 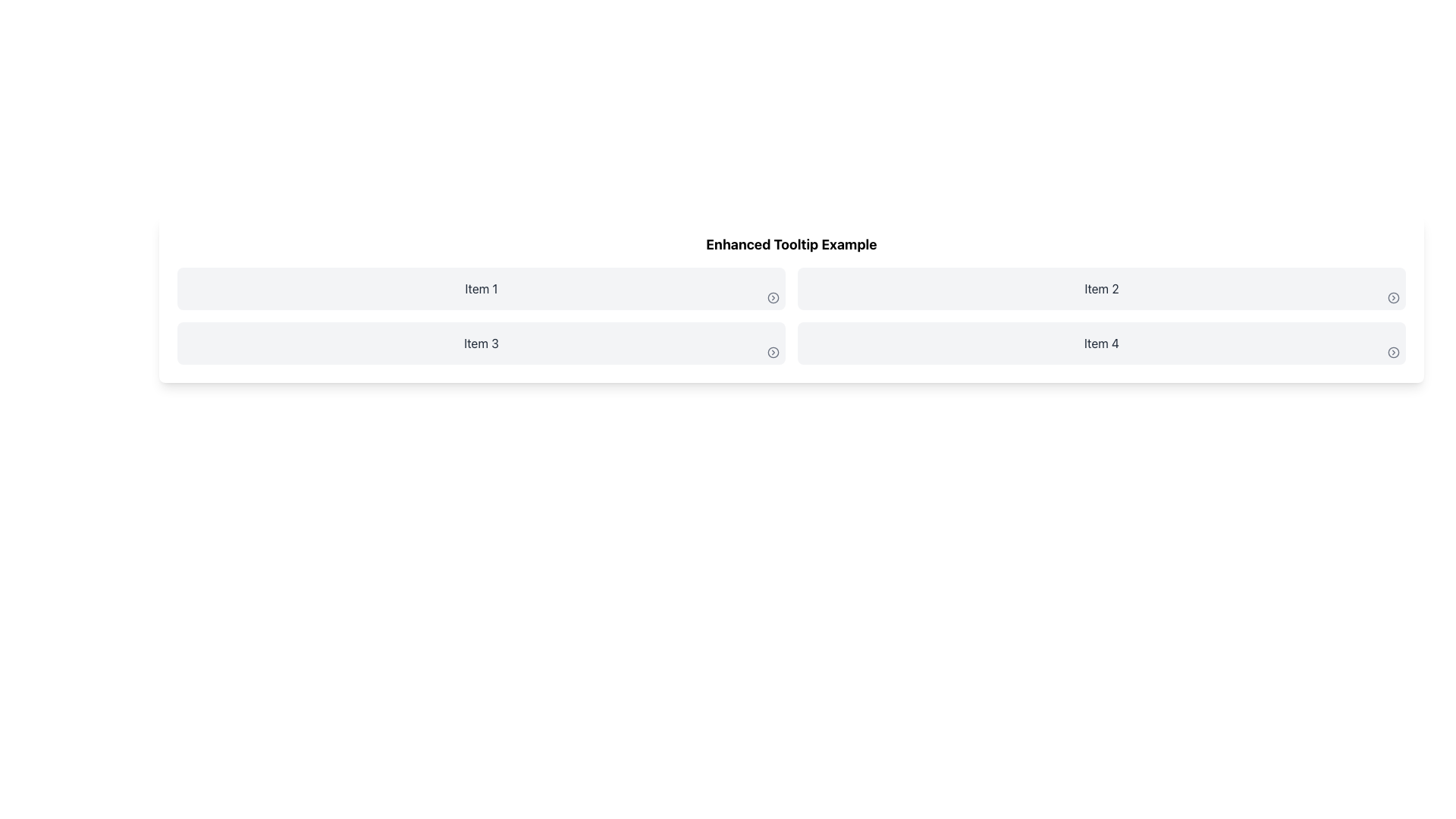 What do you see at coordinates (773, 353) in the screenshot?
I see `the Chevron icon located at the bottom-right corner of the card labeled 'Item 3'` at bounding box center [773, 353].